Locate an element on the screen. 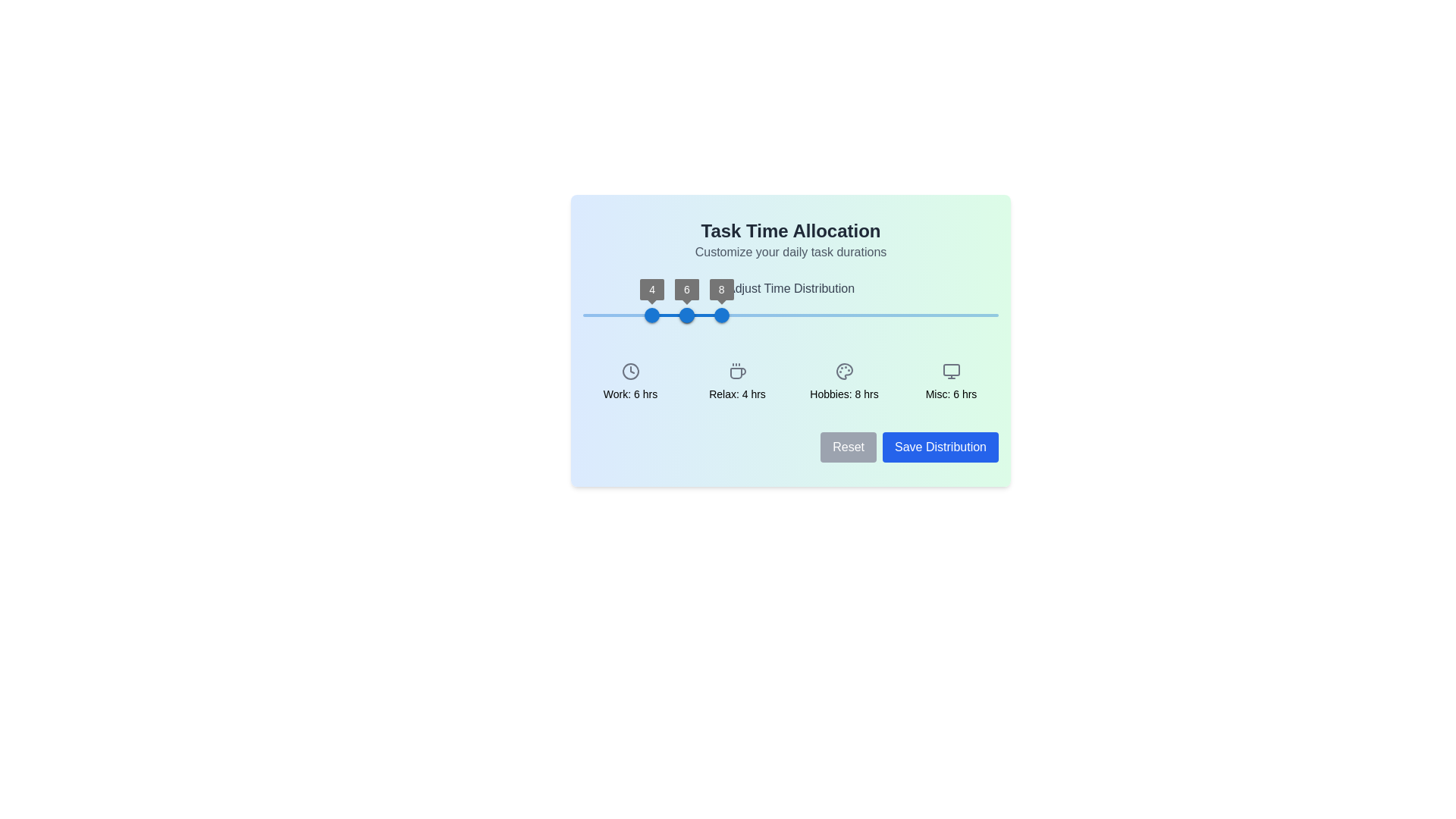 The height and width of the screenshot is (819, 1456). the slider is located at coordinates (783, 303).